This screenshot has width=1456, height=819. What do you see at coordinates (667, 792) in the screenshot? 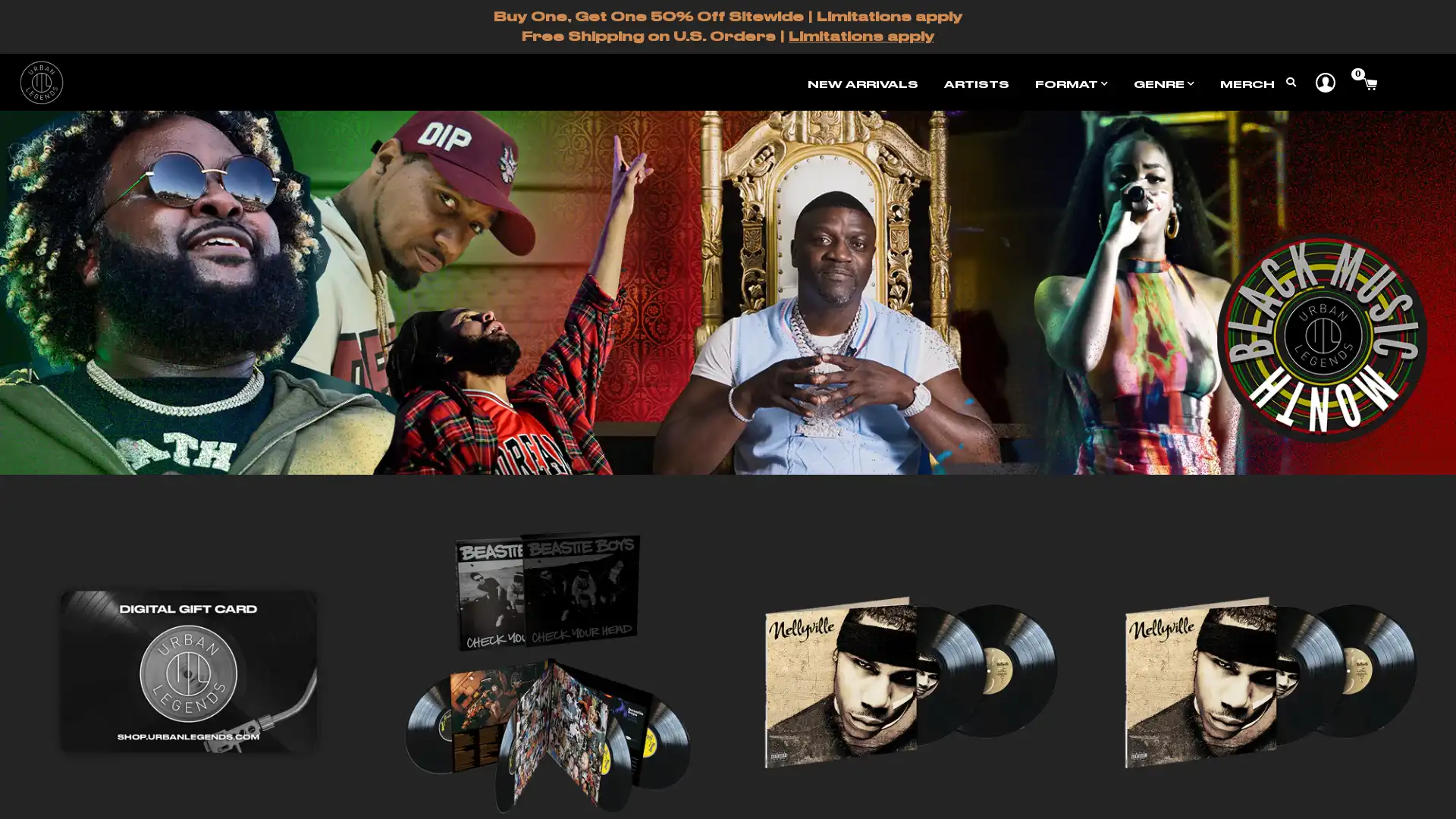
I see `I Understand` at bounding box center [667, 792].